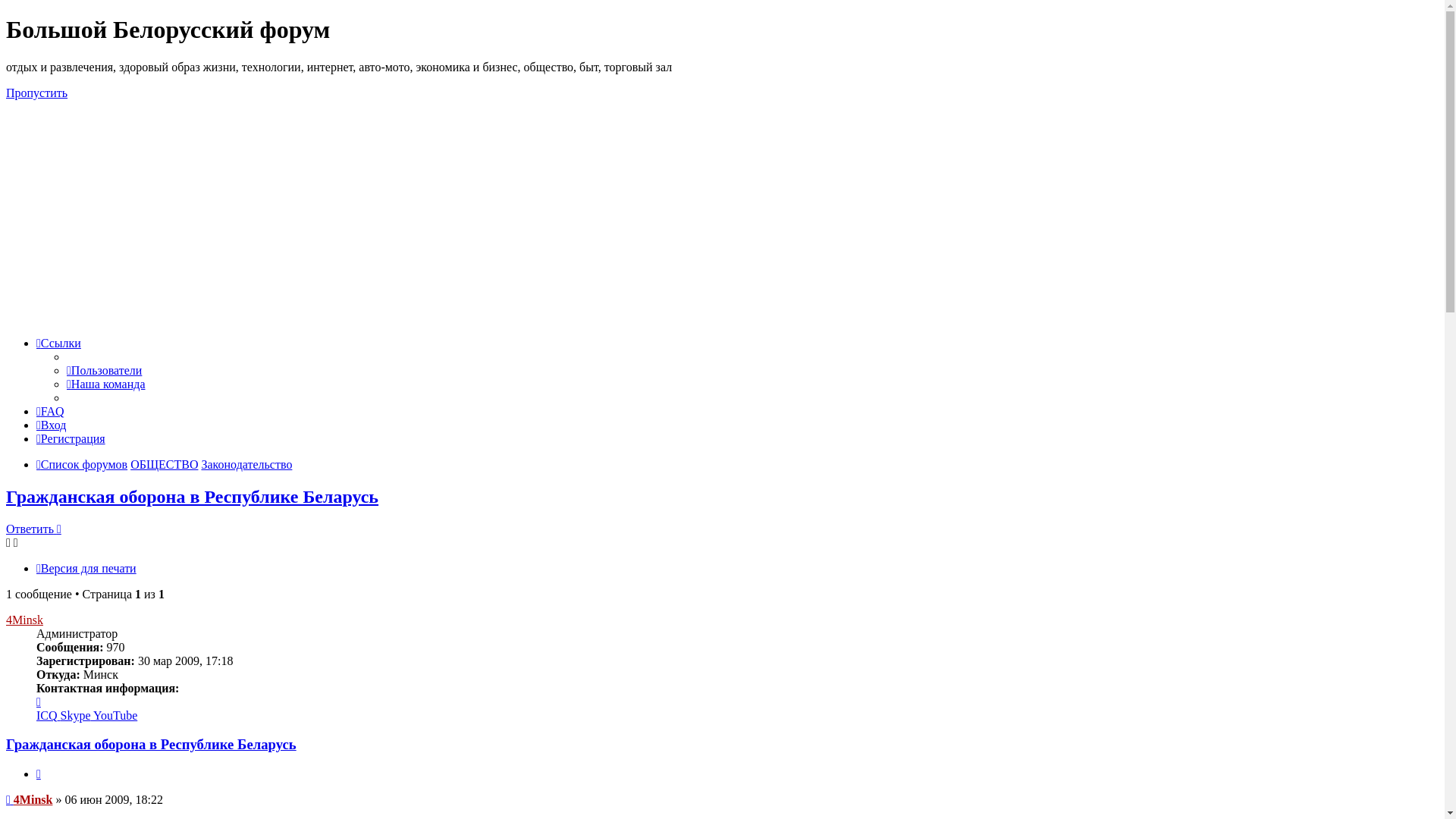 The width and height of the screenshot is (1456, 819). Describe the element at coordinates (14, 799) in the screenshot. I see `'4Minsk'` at that location.